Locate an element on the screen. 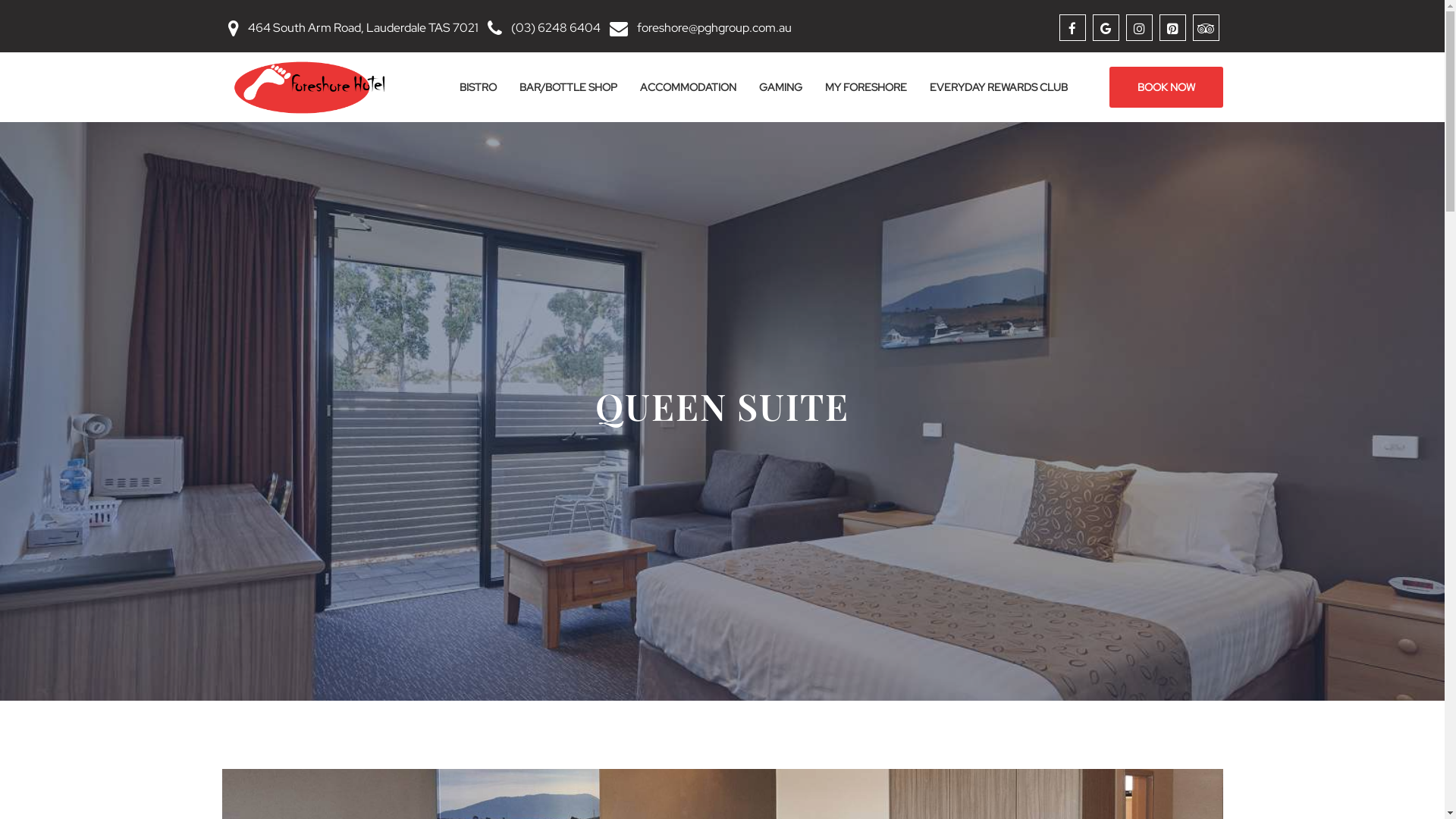 This screenshot has height=819, width=1456. '(03) 6248 6404' is located at coordinates (555, 27).